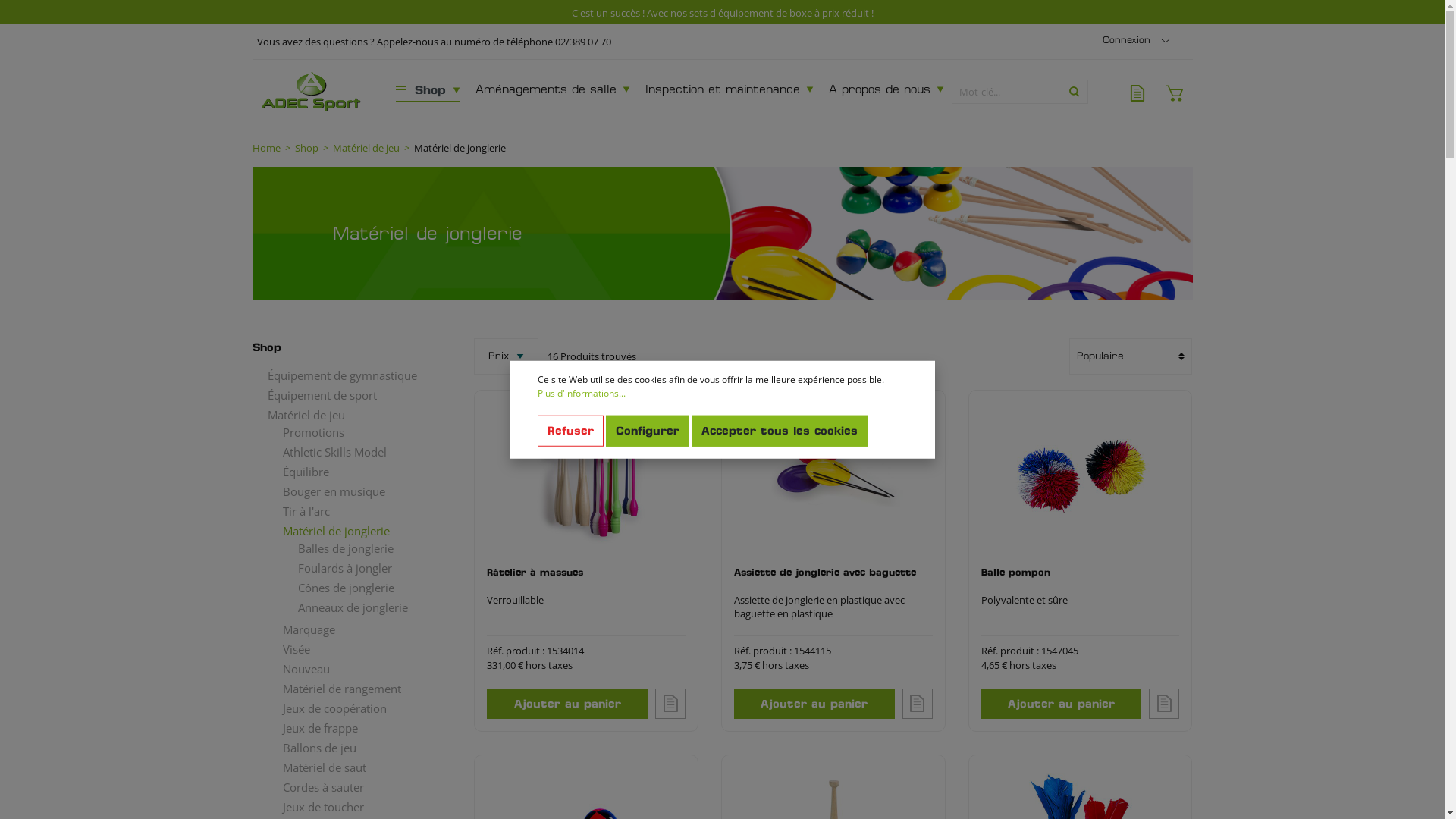 This screenshot has height=819, width=1456. I want to click on 'Shop', so click(388, 91).